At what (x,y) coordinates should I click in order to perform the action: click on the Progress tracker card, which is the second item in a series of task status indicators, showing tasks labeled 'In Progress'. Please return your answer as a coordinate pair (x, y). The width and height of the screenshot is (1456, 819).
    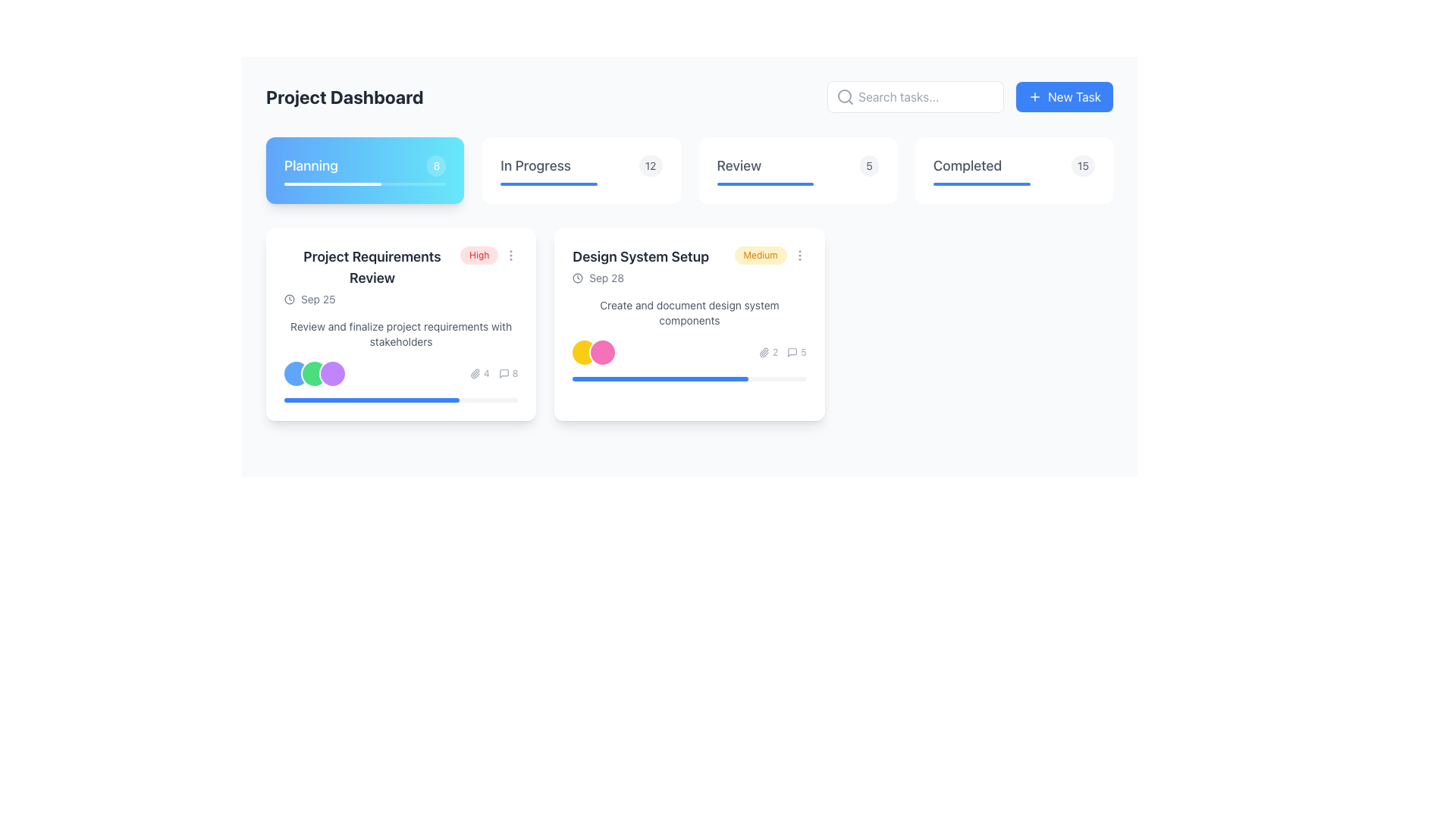
    Looking at the image, I should click on (580, 170).